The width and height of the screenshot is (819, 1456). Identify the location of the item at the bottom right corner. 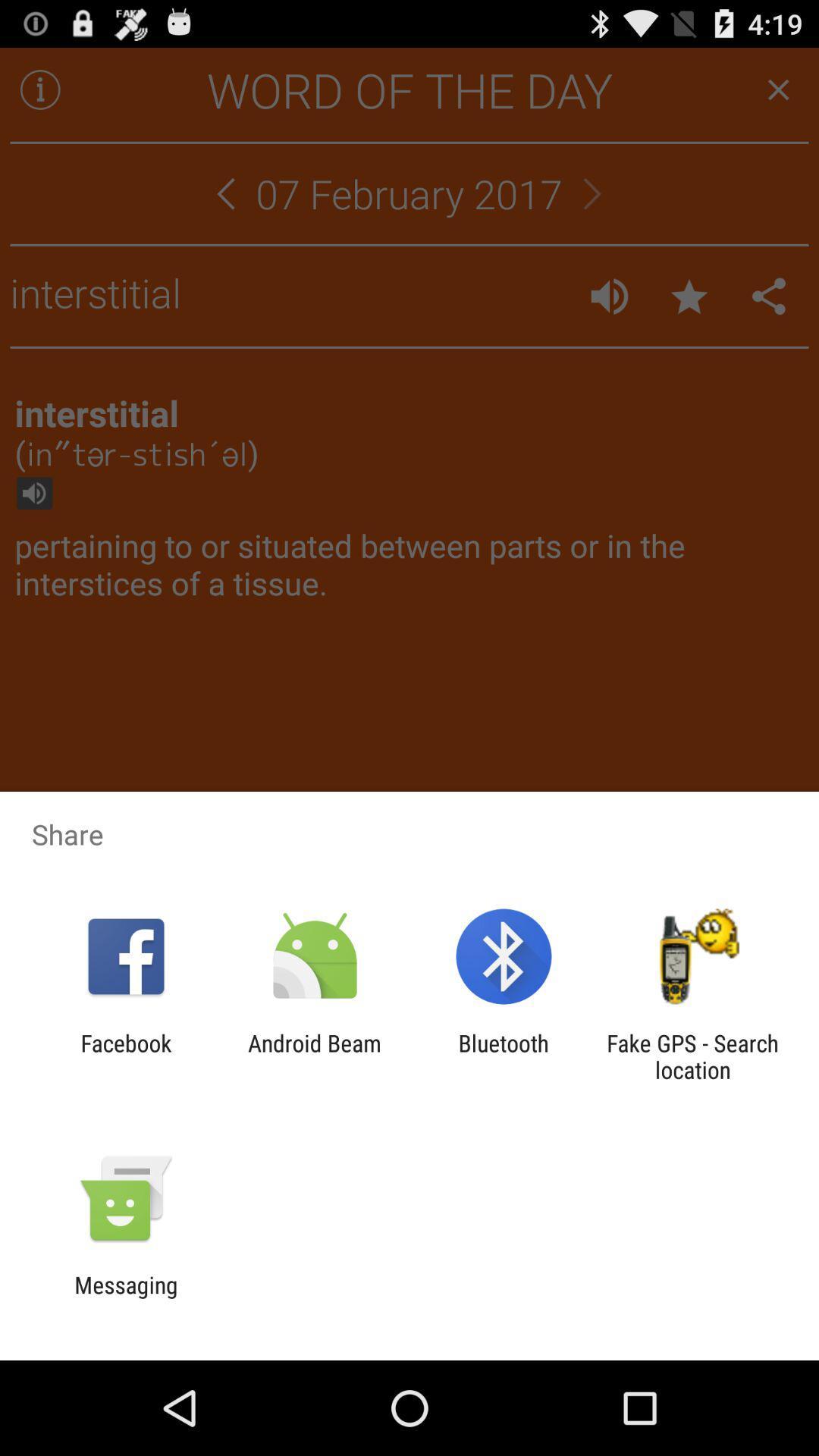
(692, 1056).